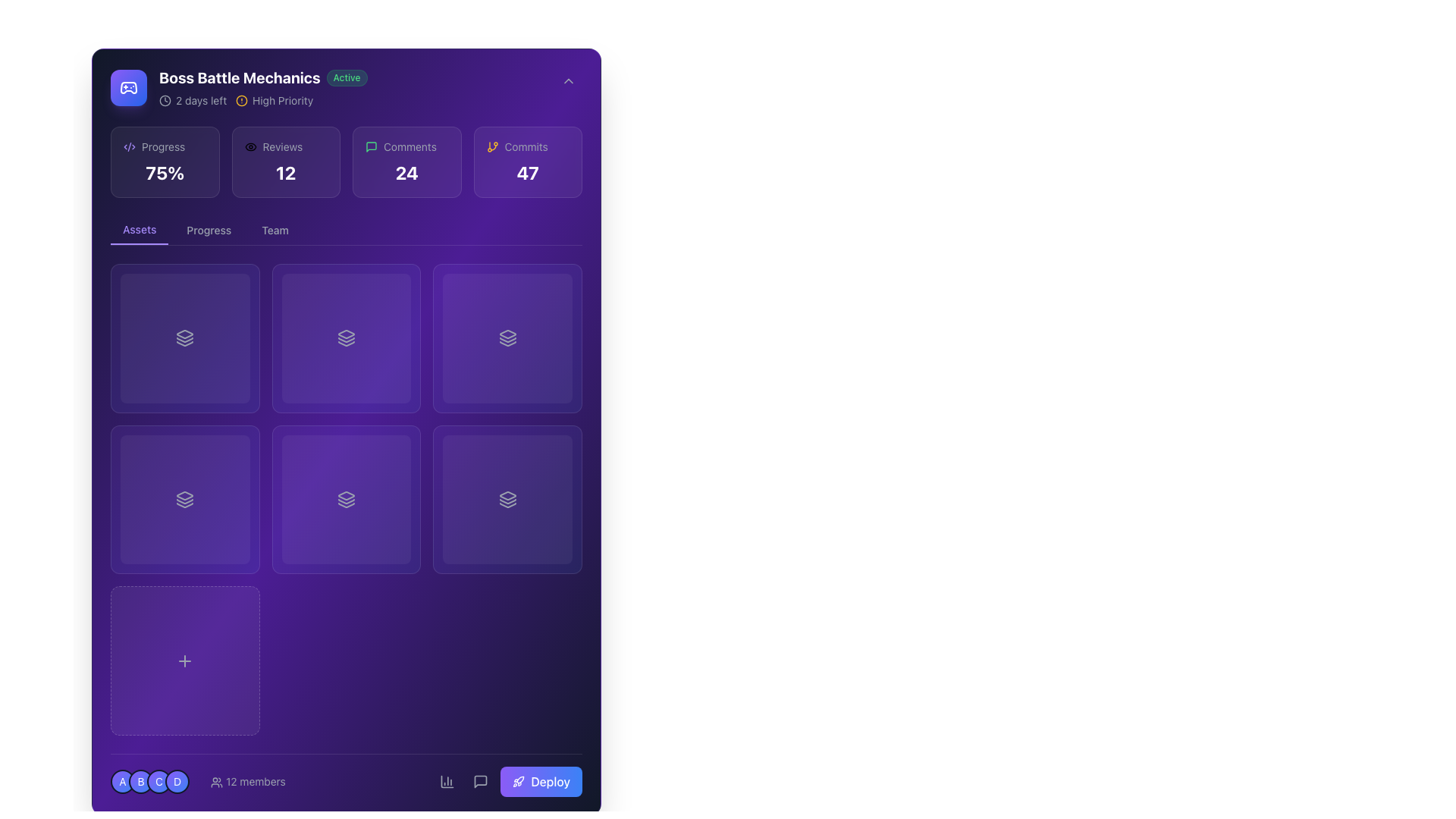 This screenshot has height=819, width=1456. What do you see at coordinates (130, 146) in the screenshot?
I see `the central diagonal line in the three-part graphic icon located in the top-right region of the 'Boss Battle Mechanics' section, which is near the numerical figures and labels such as '24' and 'Comments'` at bounding box center [130, 146].